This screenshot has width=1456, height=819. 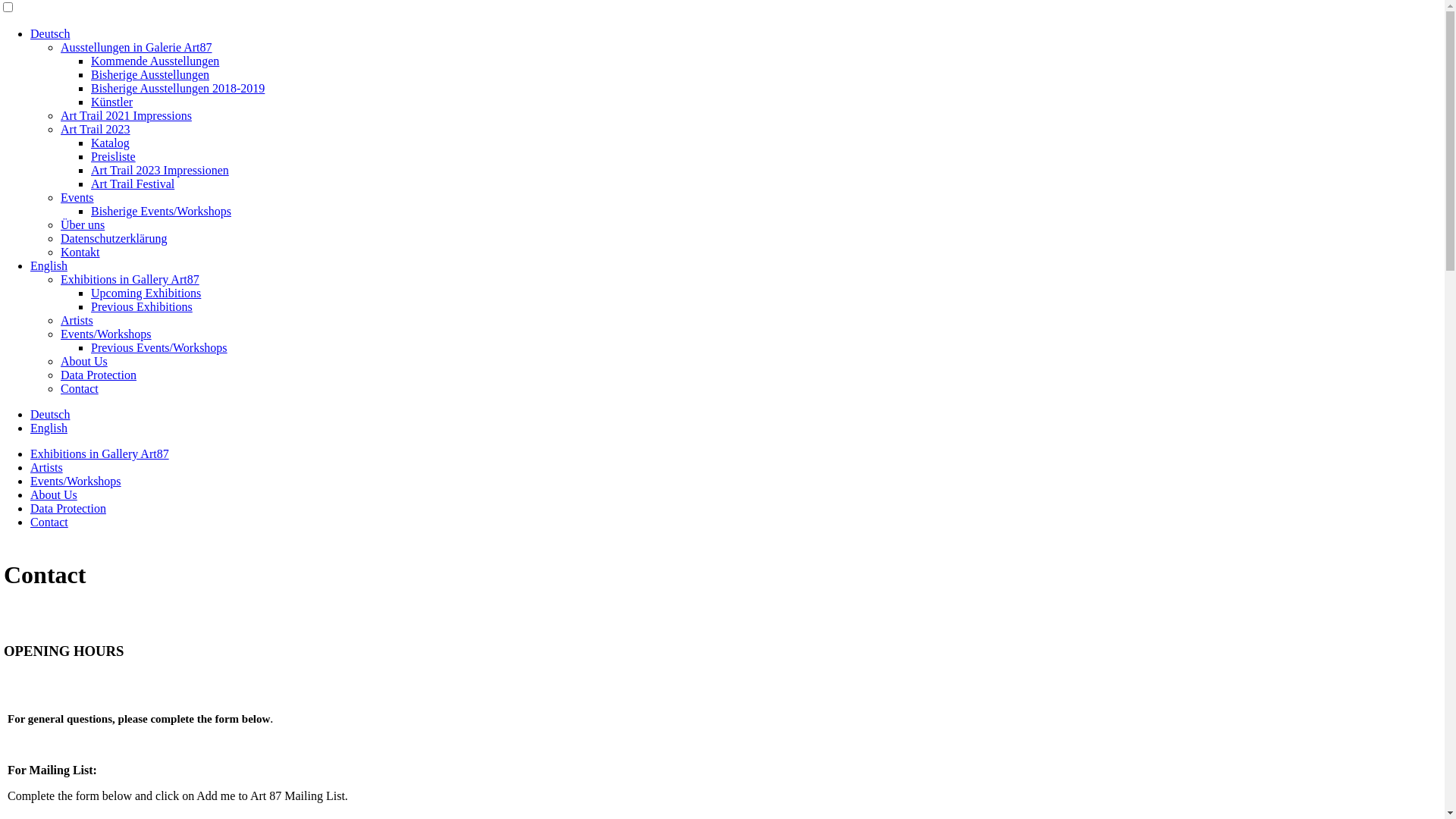 What do you see at coordinates (159, 347) in the screenshot?
I see `'Previous Events/Workshops'` at bounding box center [159, 347].